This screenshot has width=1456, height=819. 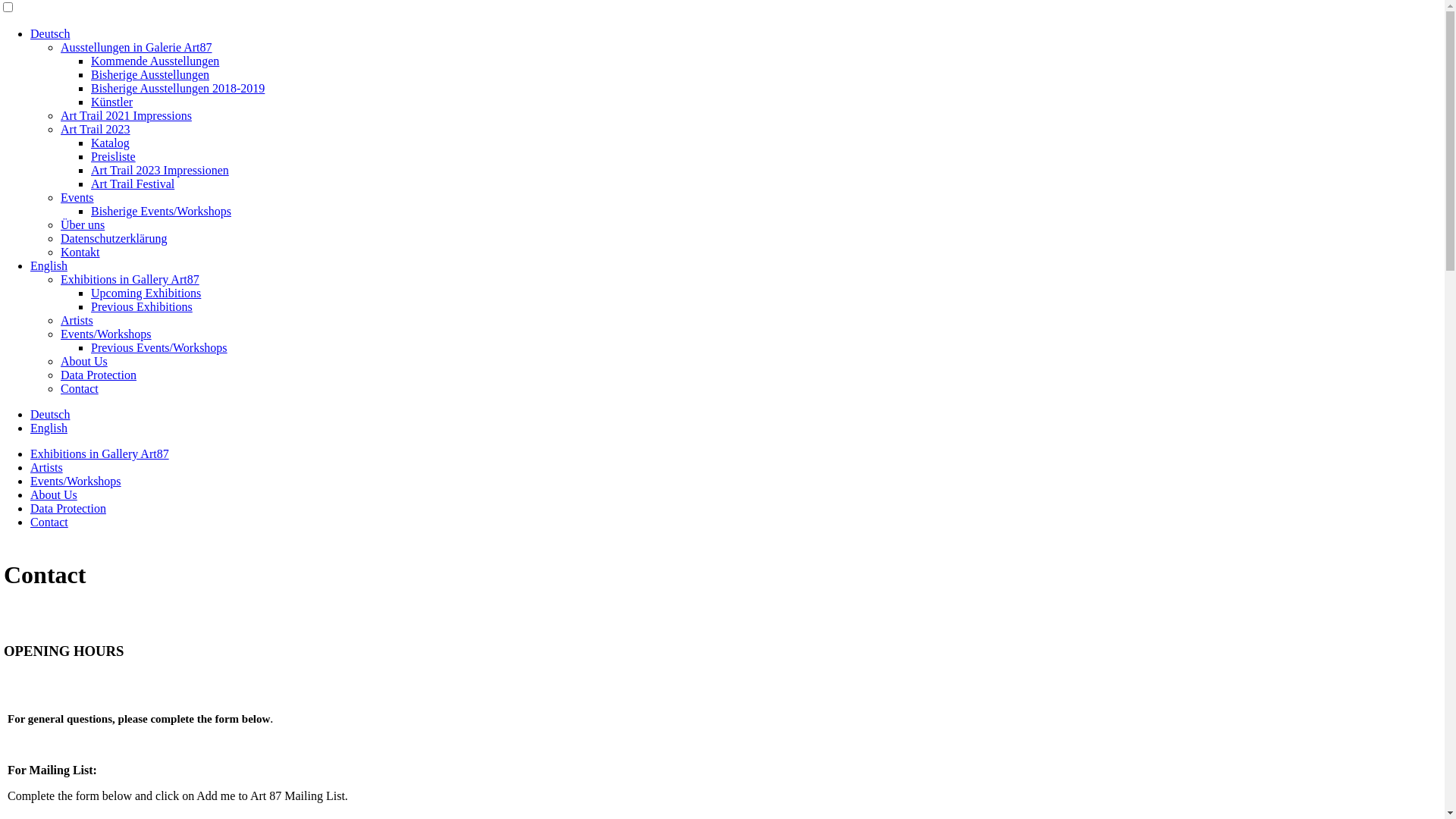 What do you see at coordinates (159, 347) in the screenshot?
I see `'Previous Events/Workshops'` at bounding box center [159, 347].